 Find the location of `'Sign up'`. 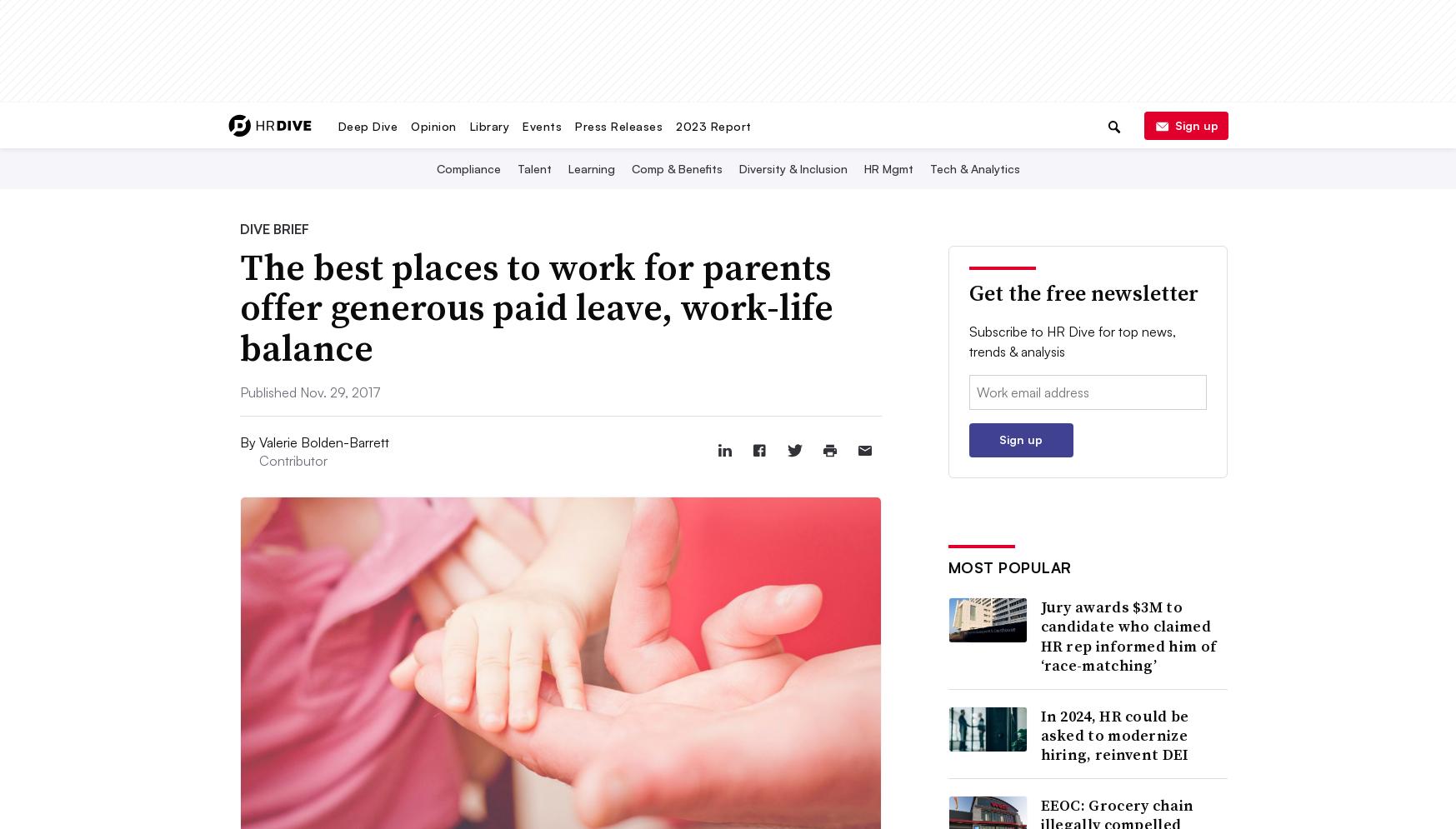

'Sign up' is located at coordinates (1193, 123).